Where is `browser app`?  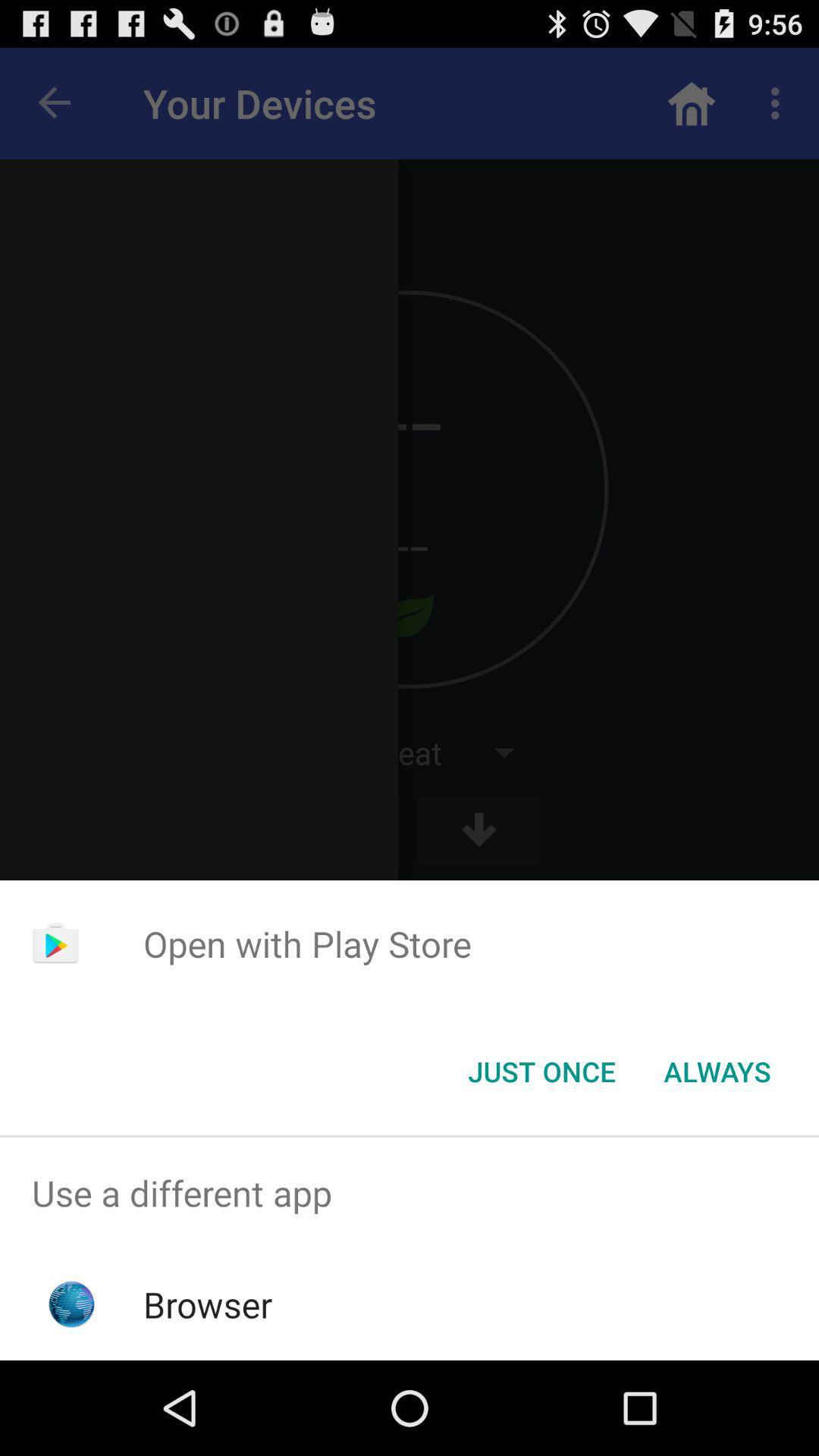 browser app is located at coordinates (208, 1304).